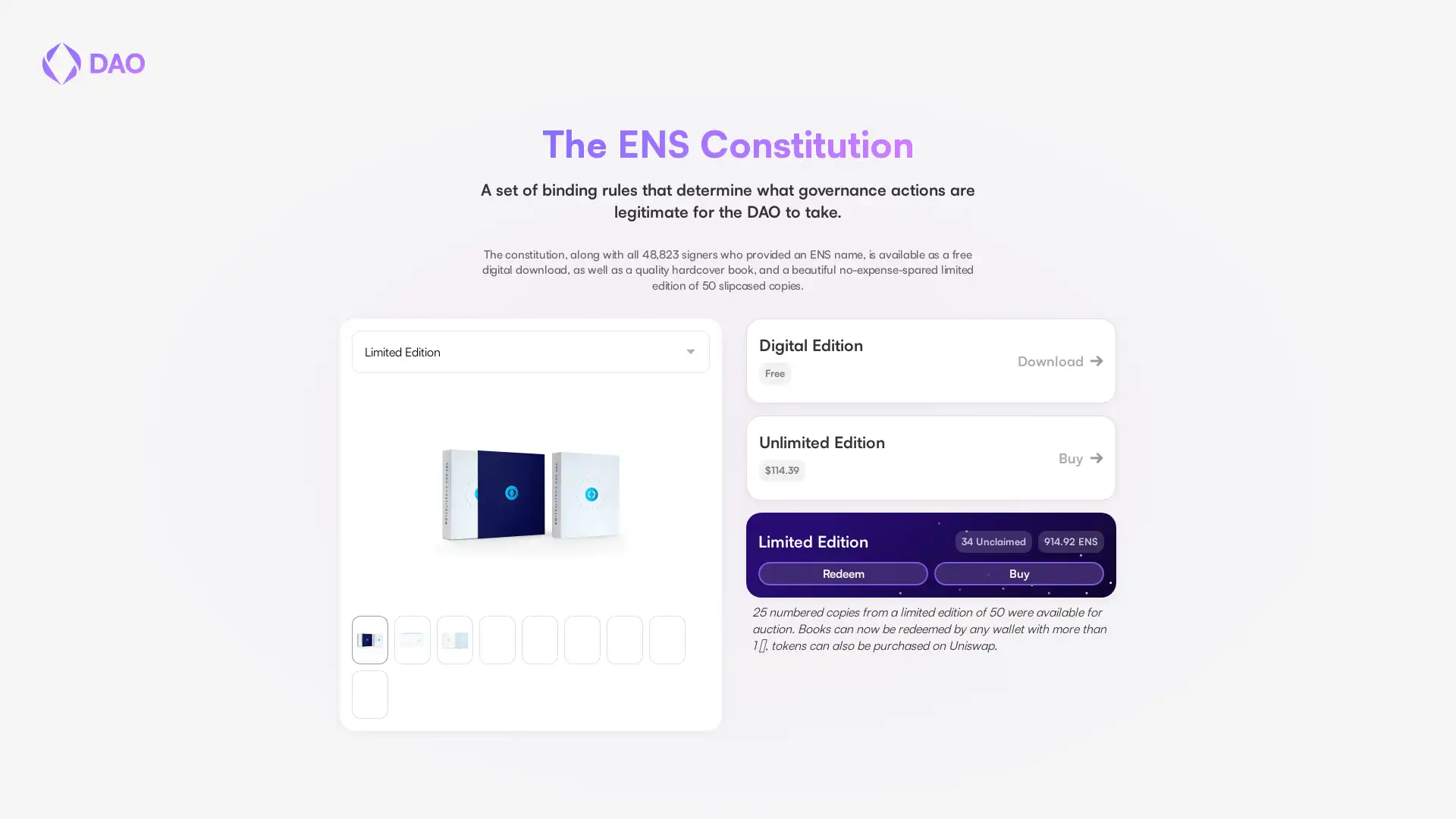 This screenshot has height=819, width=1456. Describe the element at coordinates (454, 639) in the screenshot. I see `Limited edition page example 1` at that location.